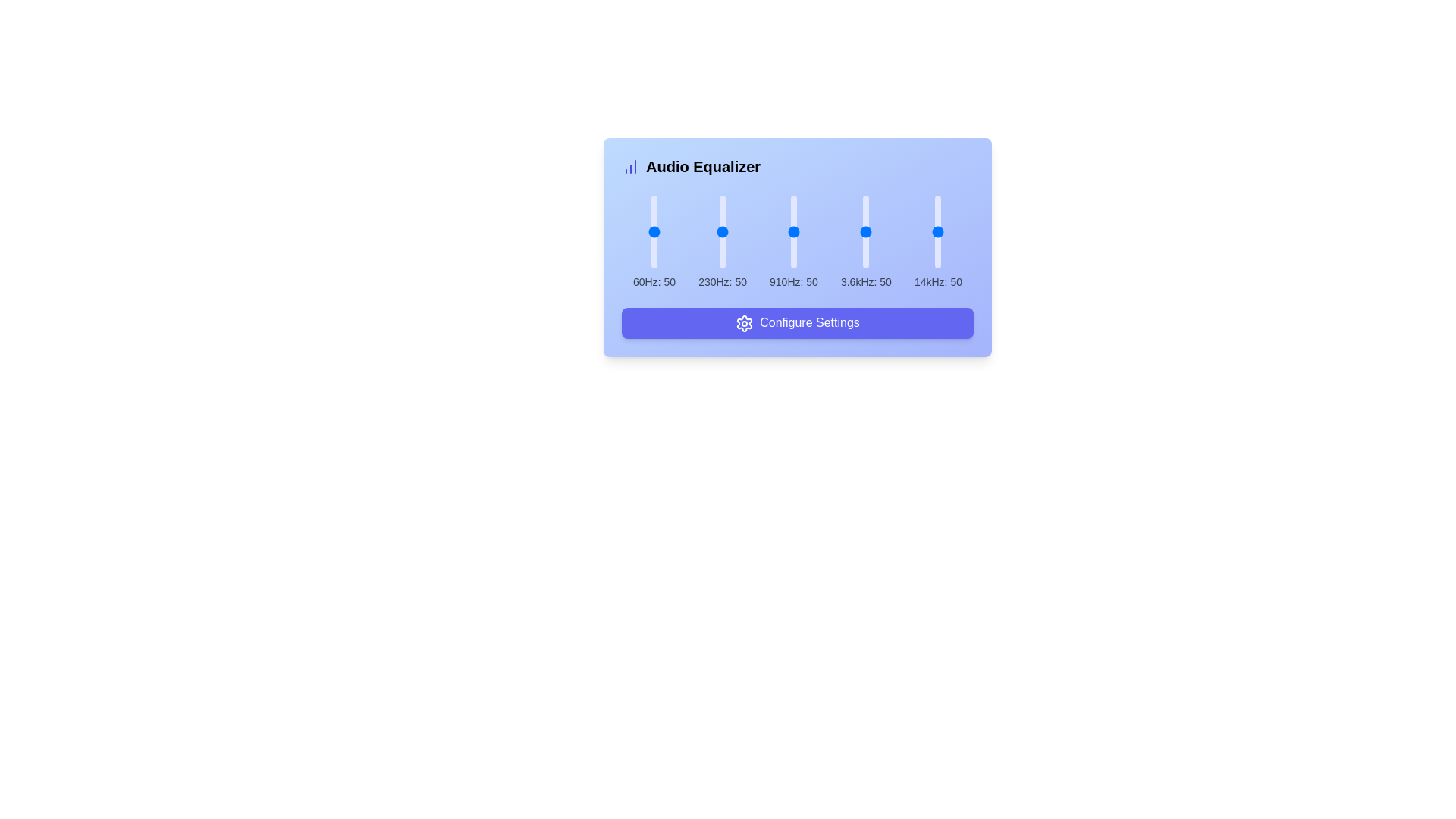  What do you see at coordinates (937, 259) in the screenshot?
I see `the slider value` at bounding box center [937, 259].